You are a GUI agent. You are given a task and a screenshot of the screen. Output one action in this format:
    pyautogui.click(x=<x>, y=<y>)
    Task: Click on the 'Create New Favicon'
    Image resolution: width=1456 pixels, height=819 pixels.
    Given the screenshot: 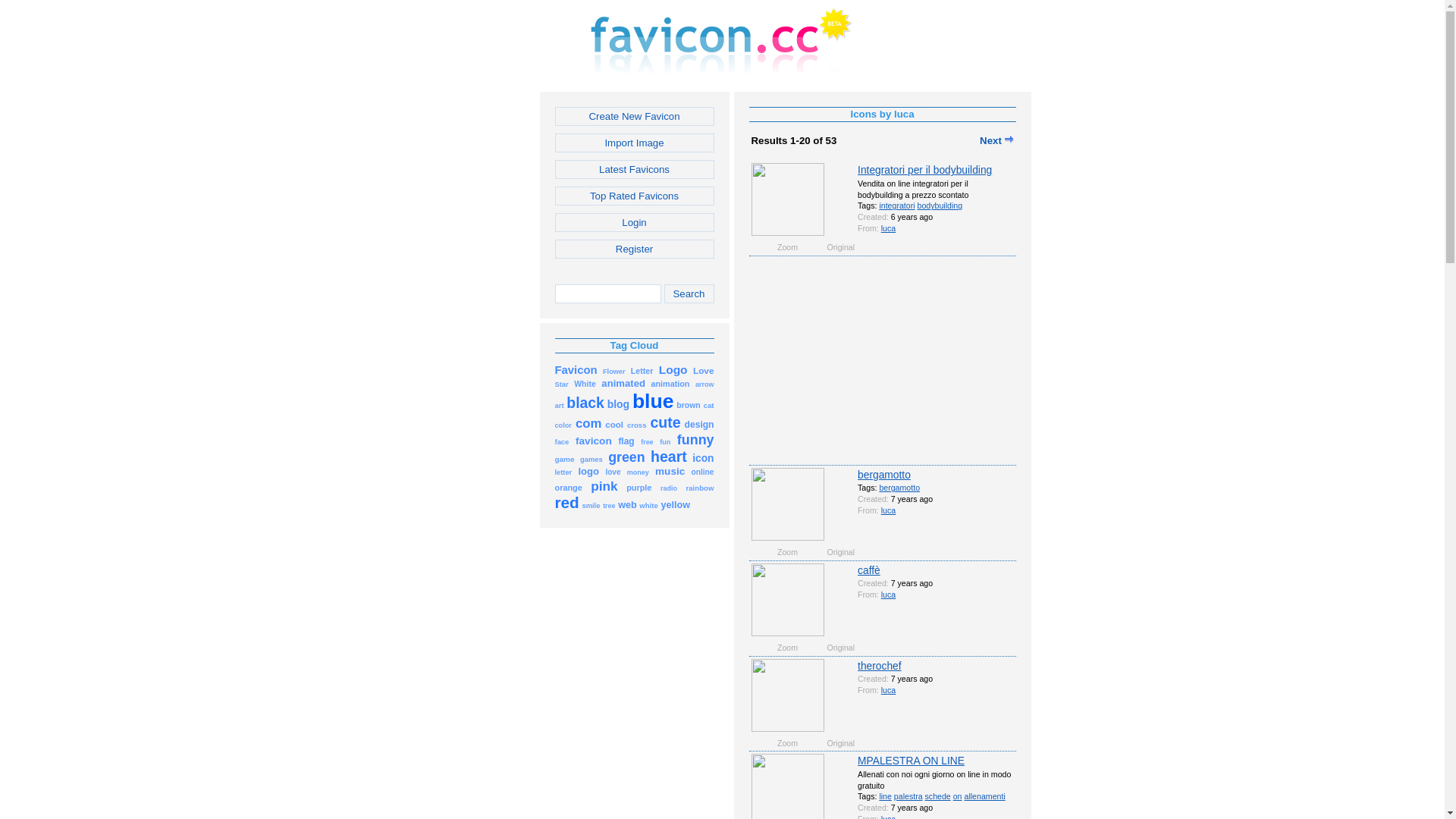 What is the action you would take?
    pyautogui.click(x=634, y=115)
    